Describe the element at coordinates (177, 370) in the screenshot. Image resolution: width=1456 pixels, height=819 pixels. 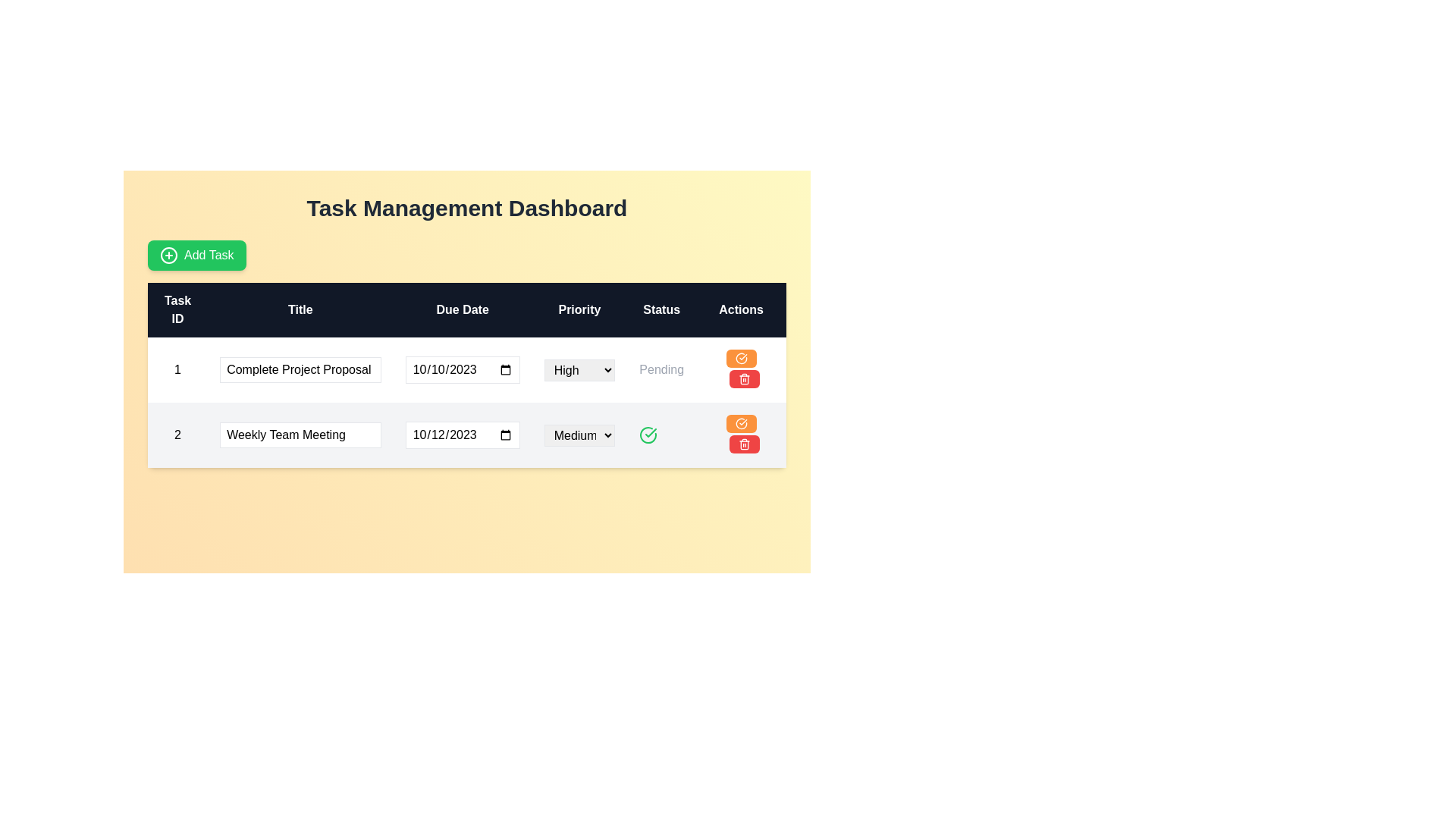
I see `the Text Label that identifies the task's ID in the first column of the first data row of the task list table` at that location.